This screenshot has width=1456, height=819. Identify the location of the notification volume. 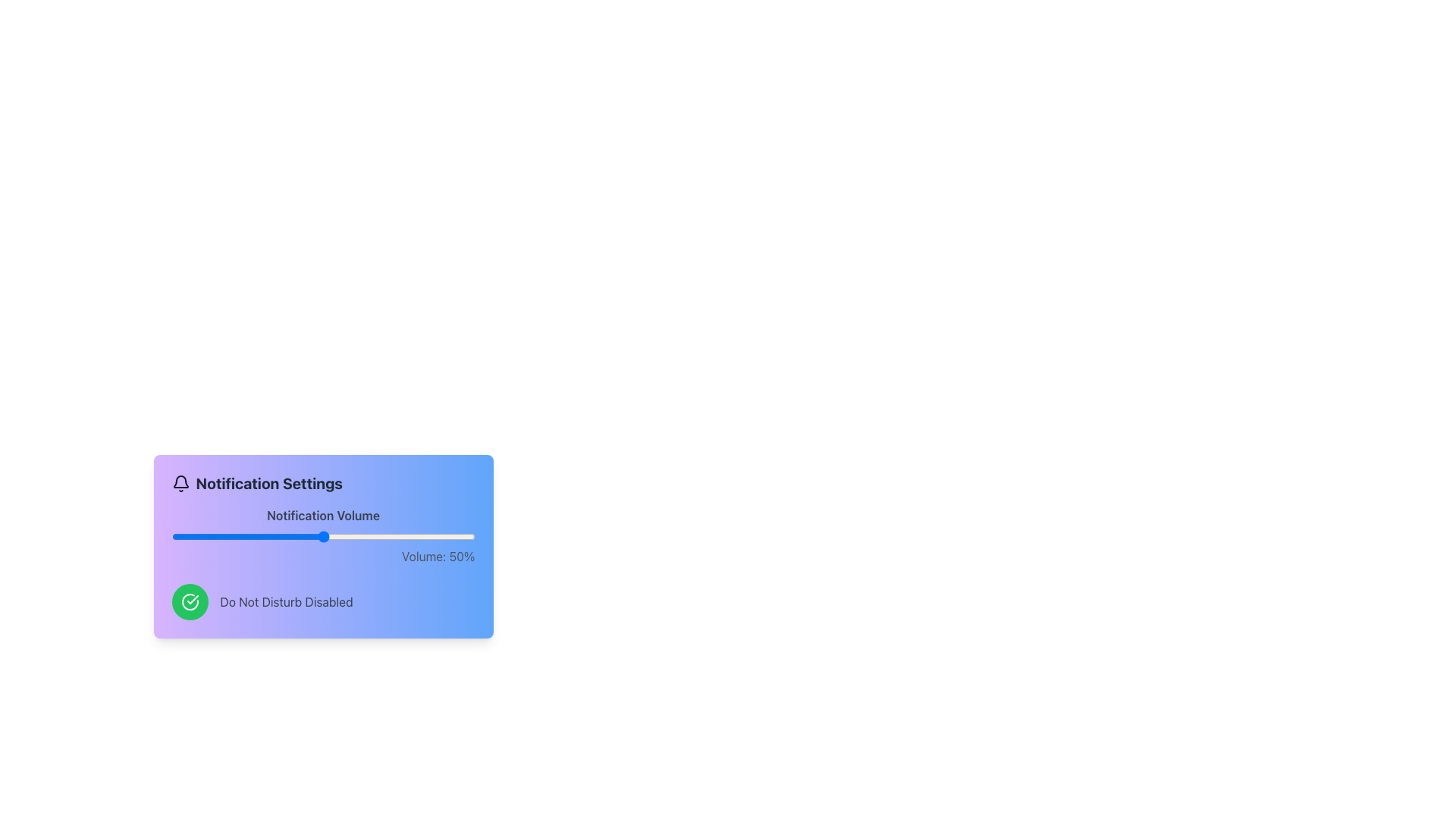
(307, 536).